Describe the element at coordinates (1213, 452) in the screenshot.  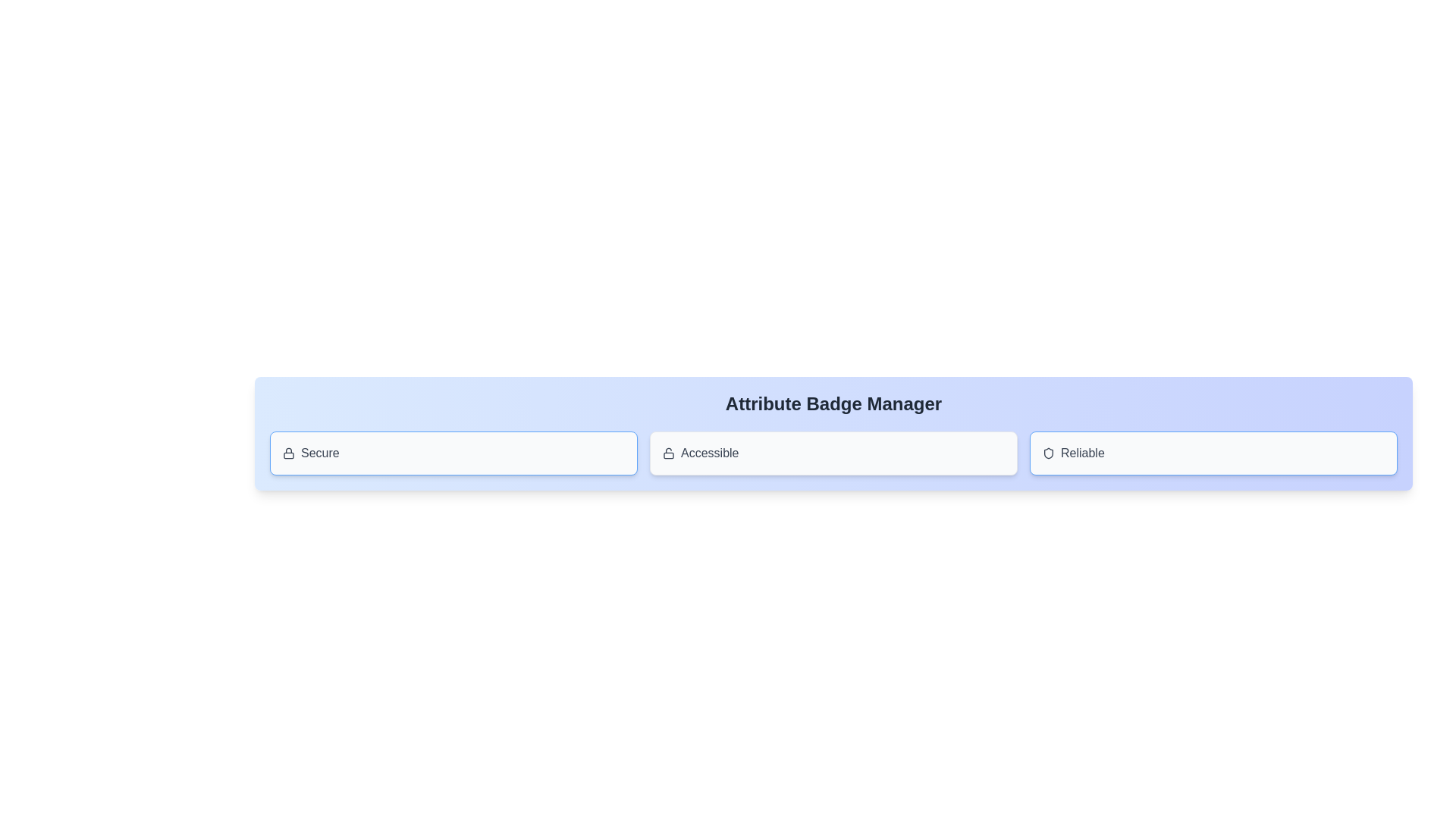
I see `the attribute badge labeled Reliable to observe the hover effect` at that location.